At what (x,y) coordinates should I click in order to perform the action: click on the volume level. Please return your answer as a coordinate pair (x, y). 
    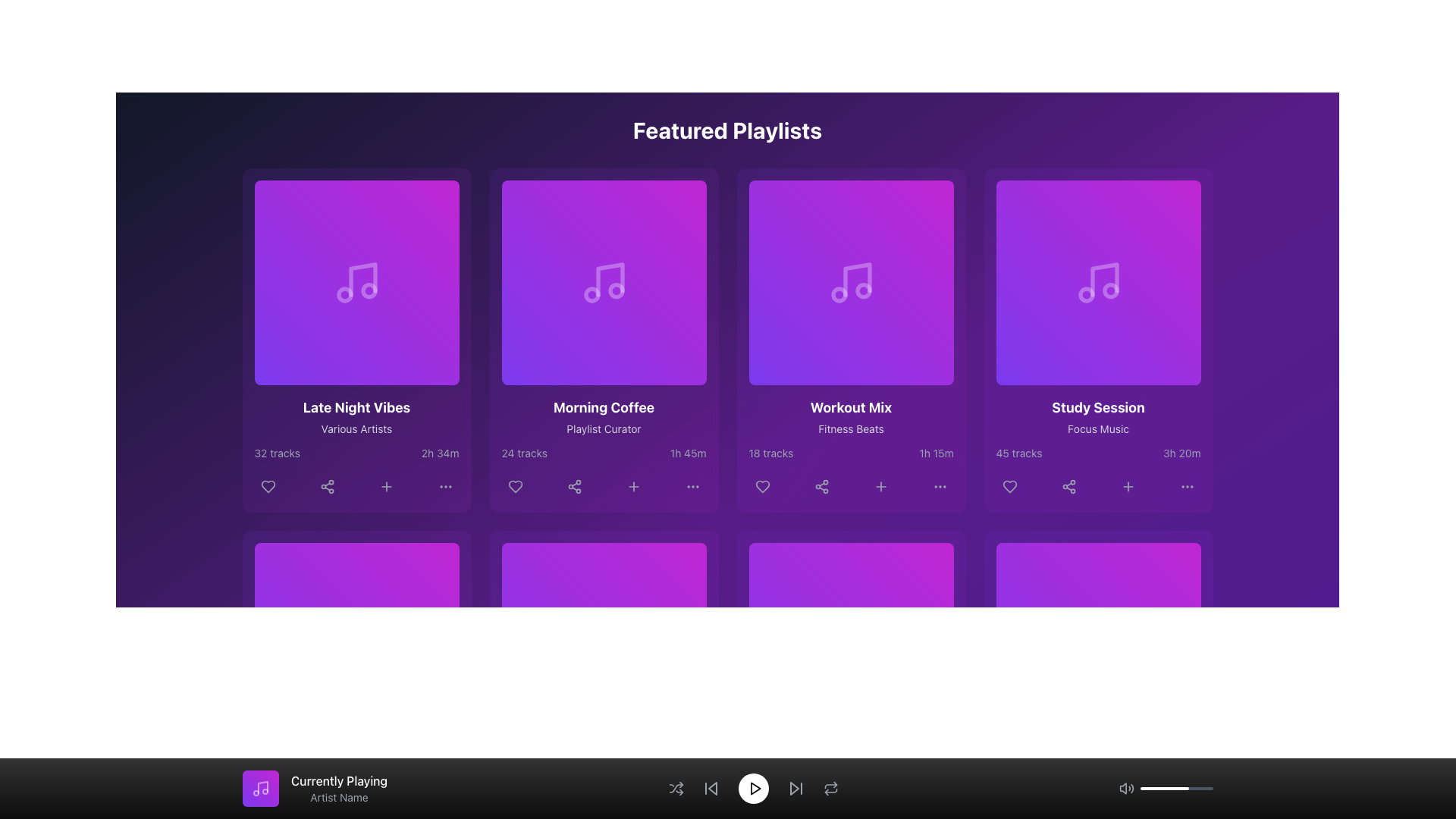
    Looking at the image, I should click on (1144, 788).